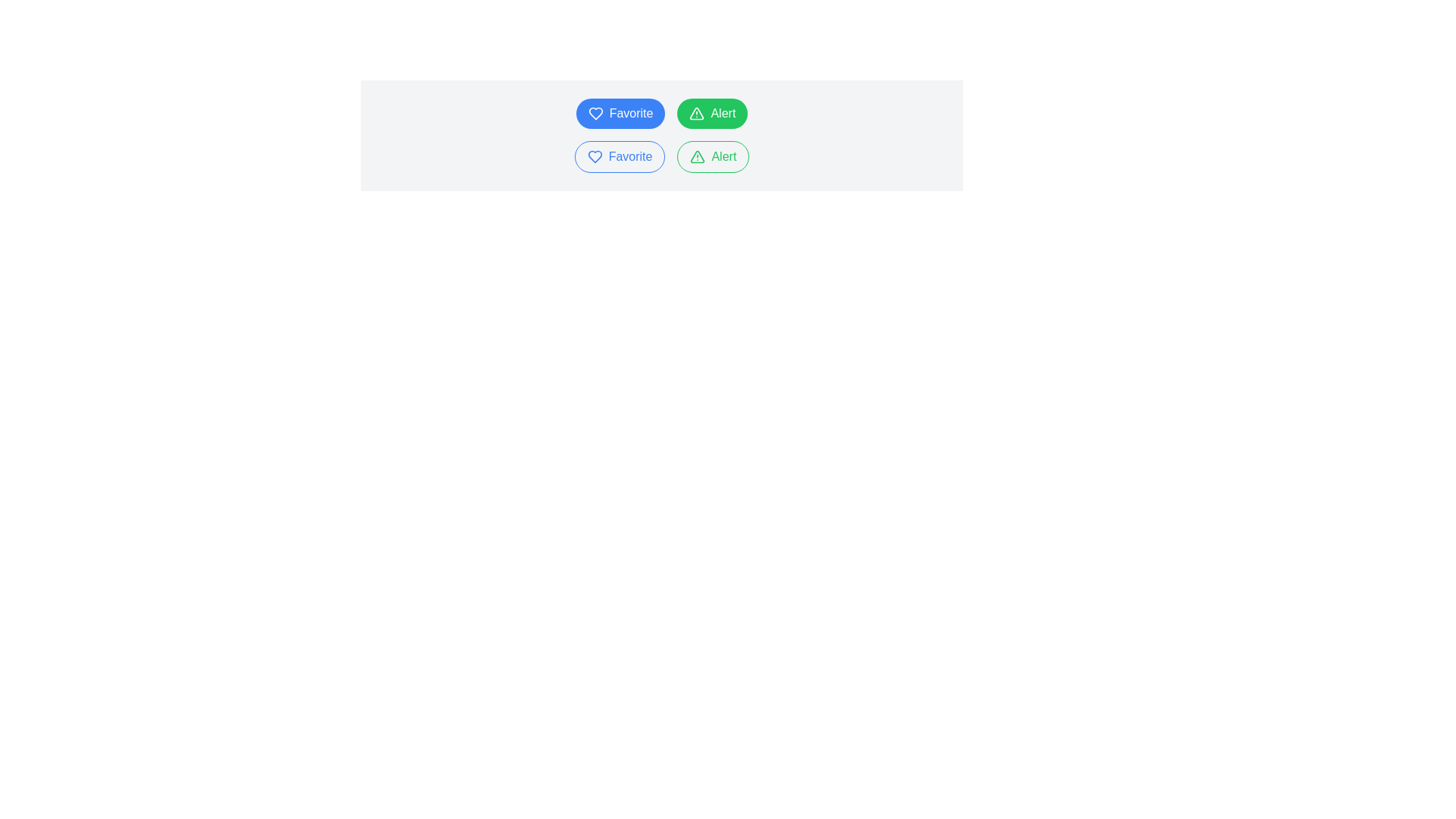 This screenshot has height=819, width=1456. I want to click on the button group containing 'Favorite' and 'Alert' buttons for keyboard interaction, so click(662, 157).